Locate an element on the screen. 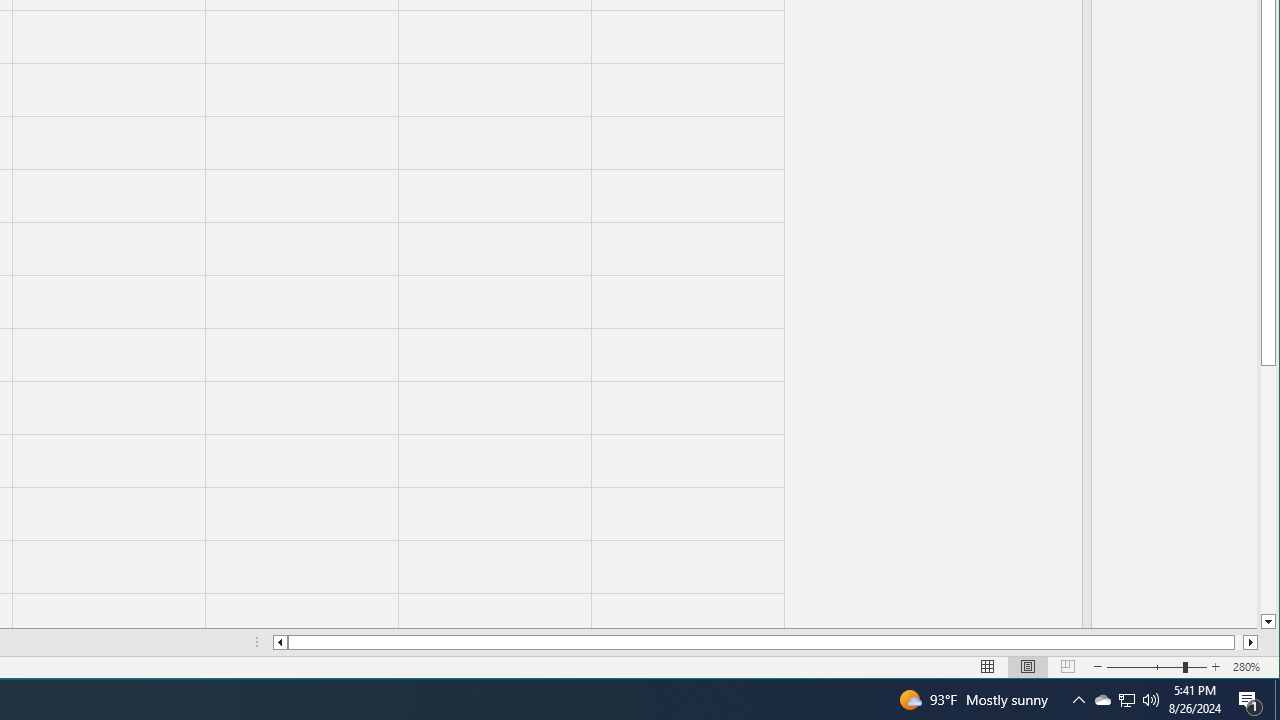 The image size is (1280, 720). 'User Promoted Notification Area' is located at coordinates (1127, 698).